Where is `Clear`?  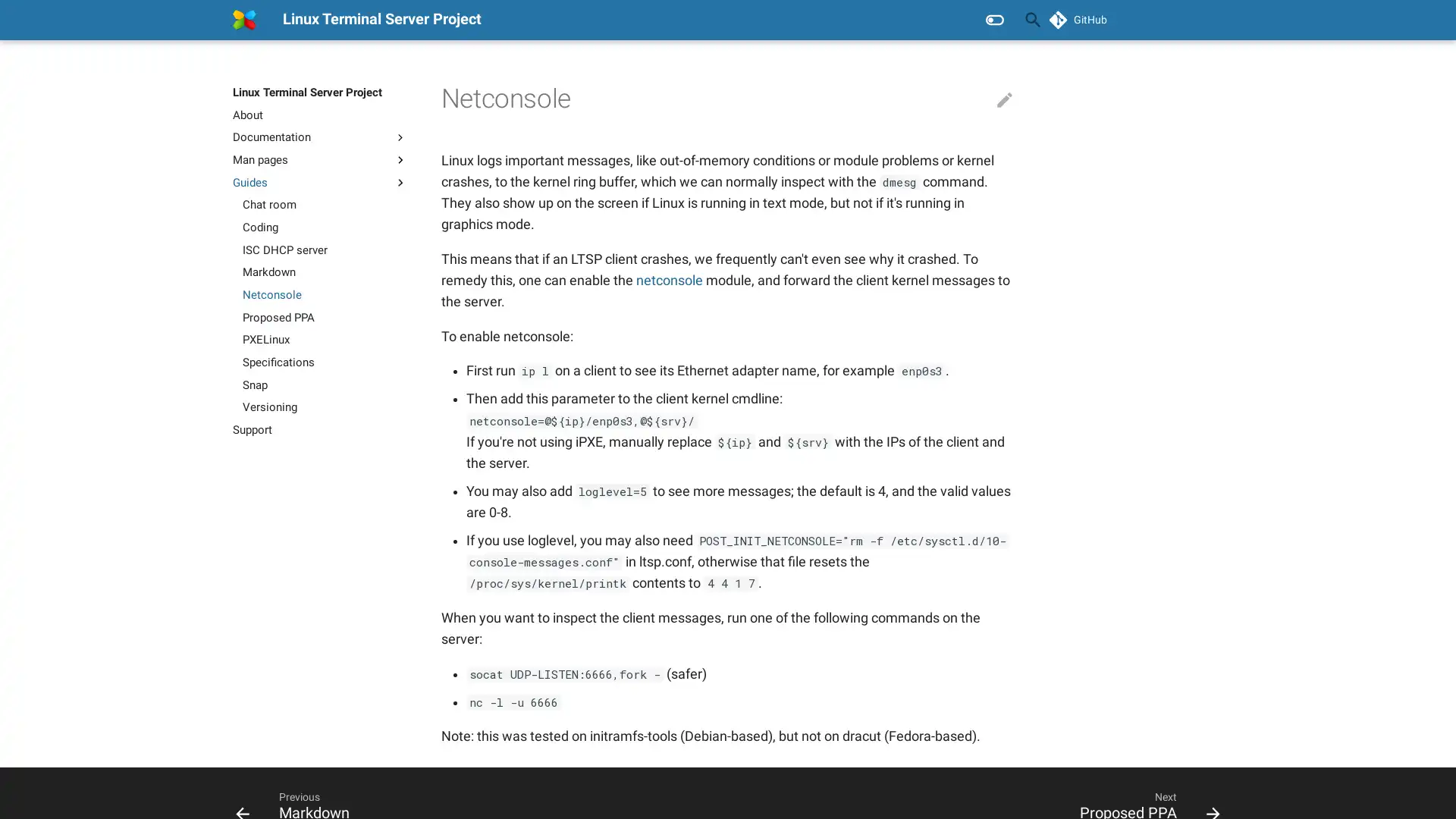 Clear is located at coordinates (996, 20).